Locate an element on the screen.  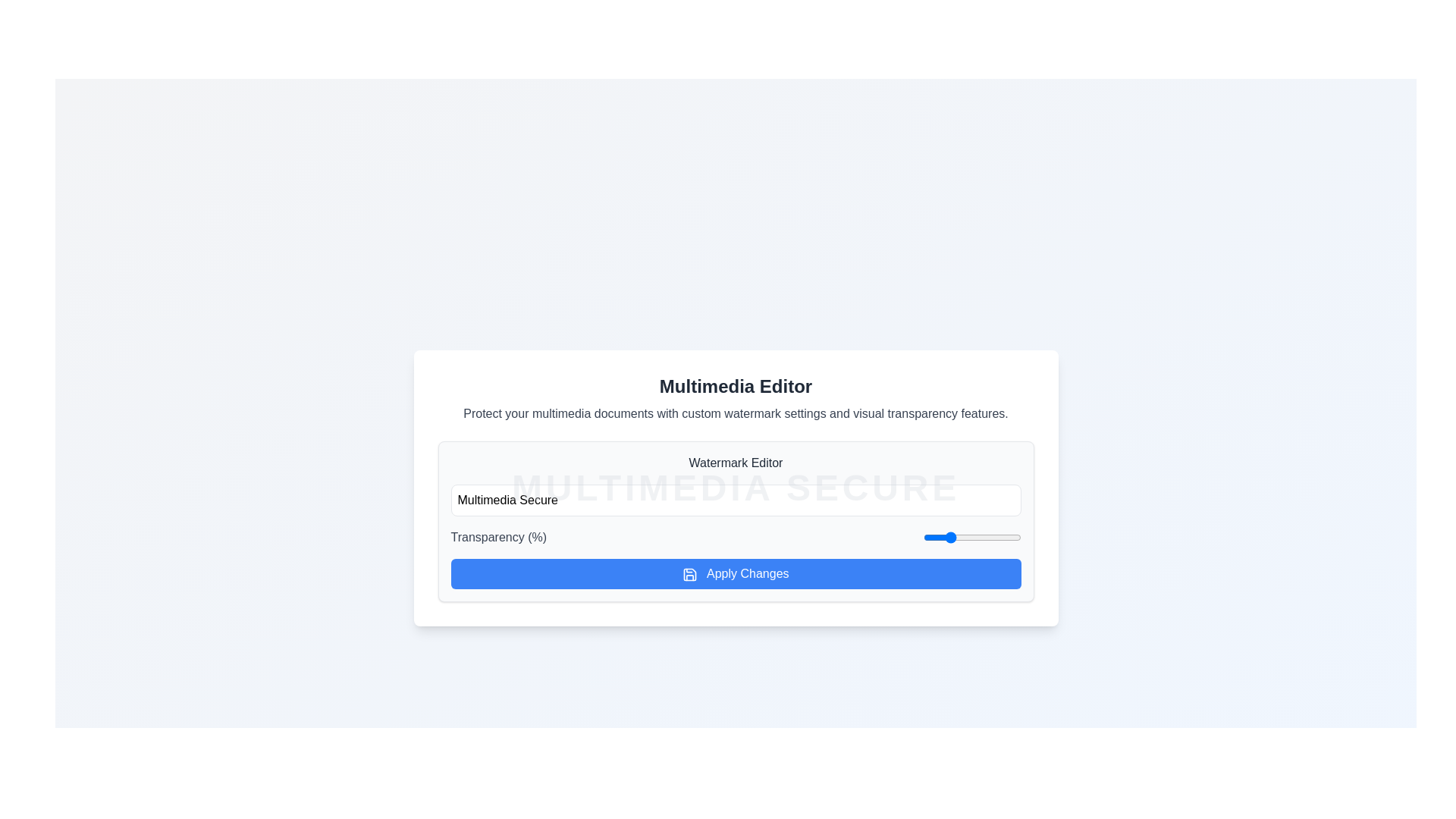
text displayed in the 'Watermark Editor' text label, which is bold, medium-sized, and dark gray in color, located at the top of the watermark editing section is located at coordinates (736, 462).